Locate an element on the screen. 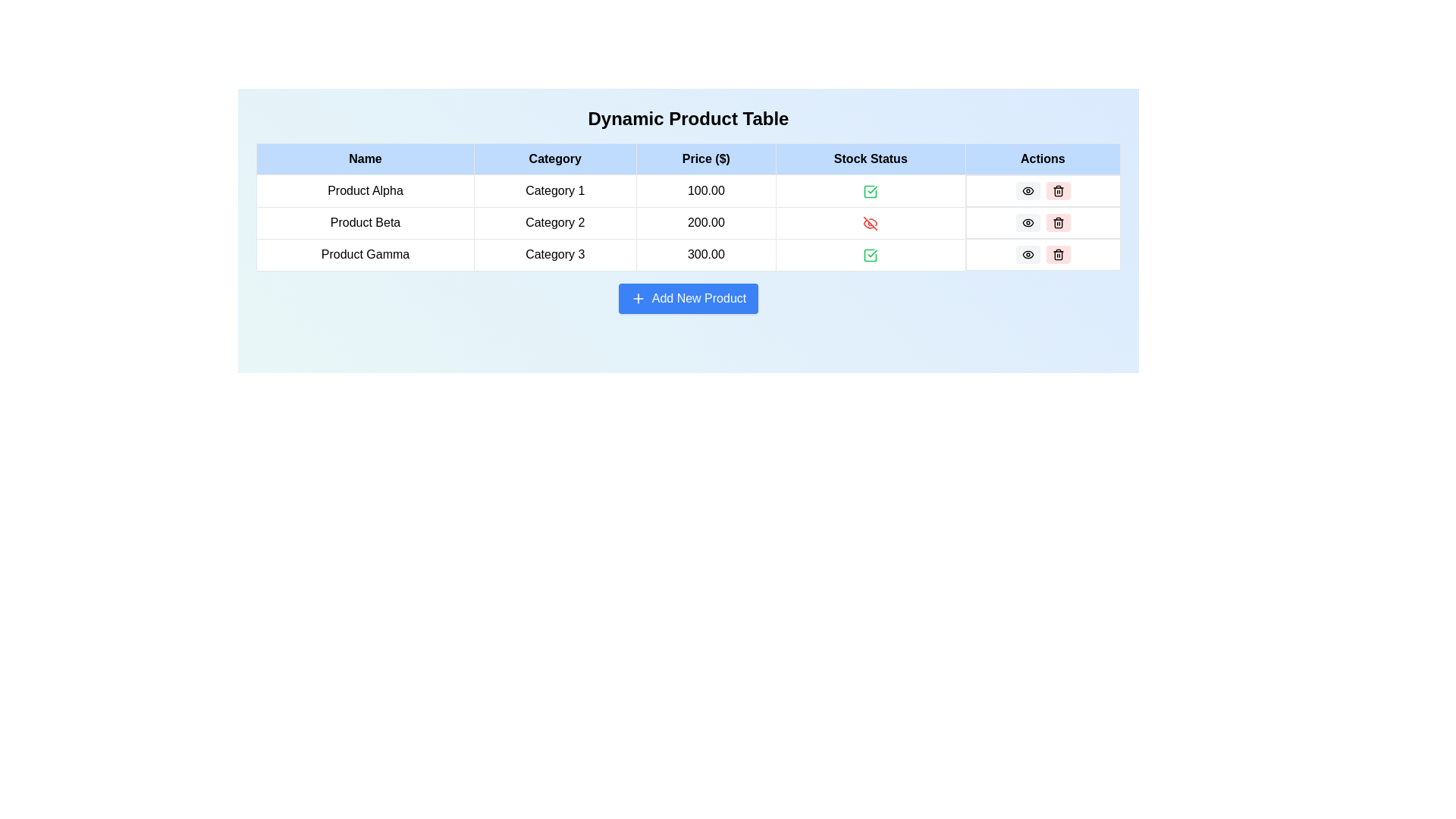  the table header cell that labels the category information, positioned as the second column header in the table, located between the 'Name' and 'Price ($)' column headers is located at coordinates (554, 158).